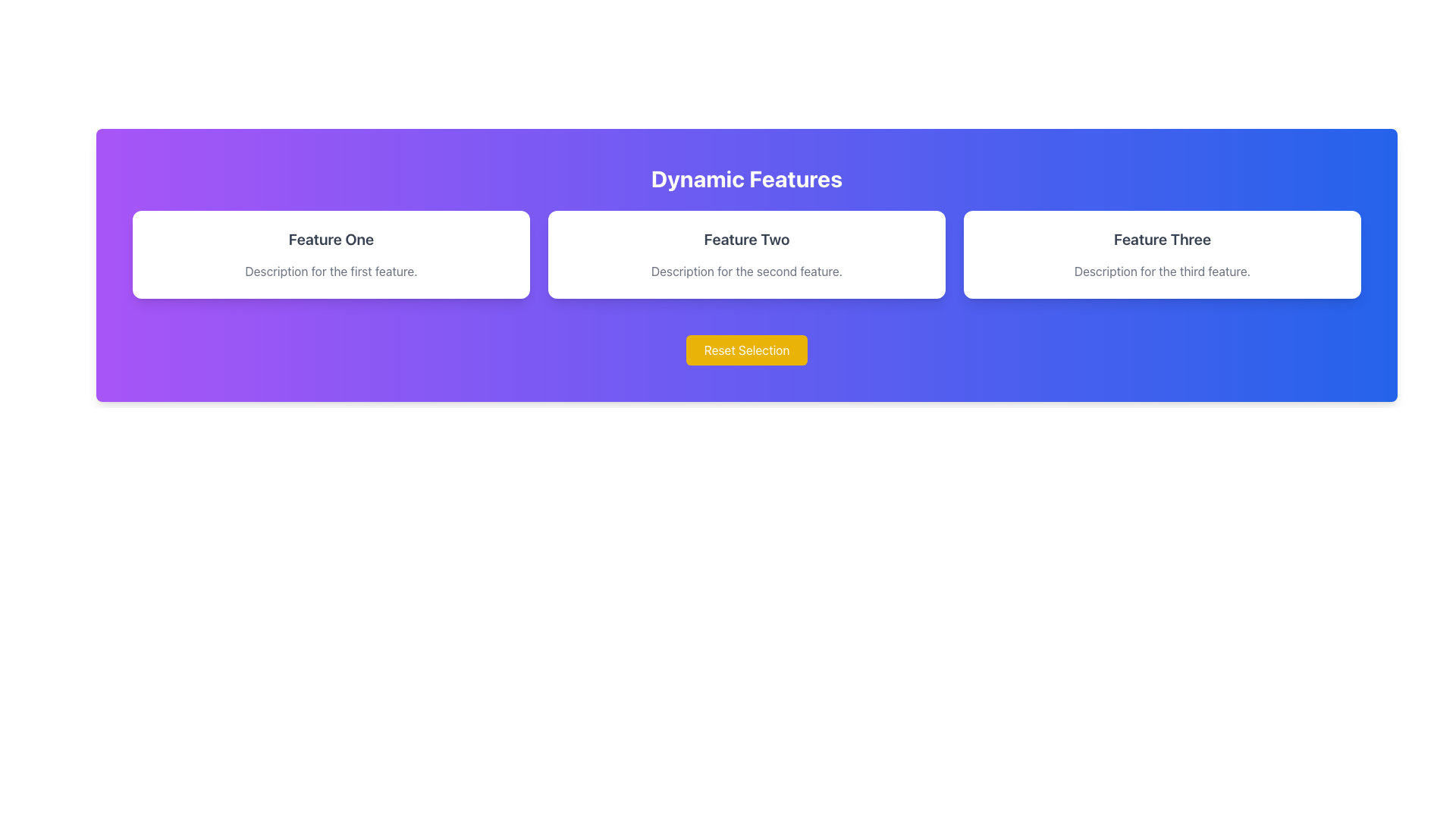 This screenshot has height=819, width=1456. What do you see at coordinates (330, 271) in the screenshot?
I see `information displayed in the text block that says 'Description for the first feature.' located below the title 'Feature One.'` at bounding box center [330, 271].